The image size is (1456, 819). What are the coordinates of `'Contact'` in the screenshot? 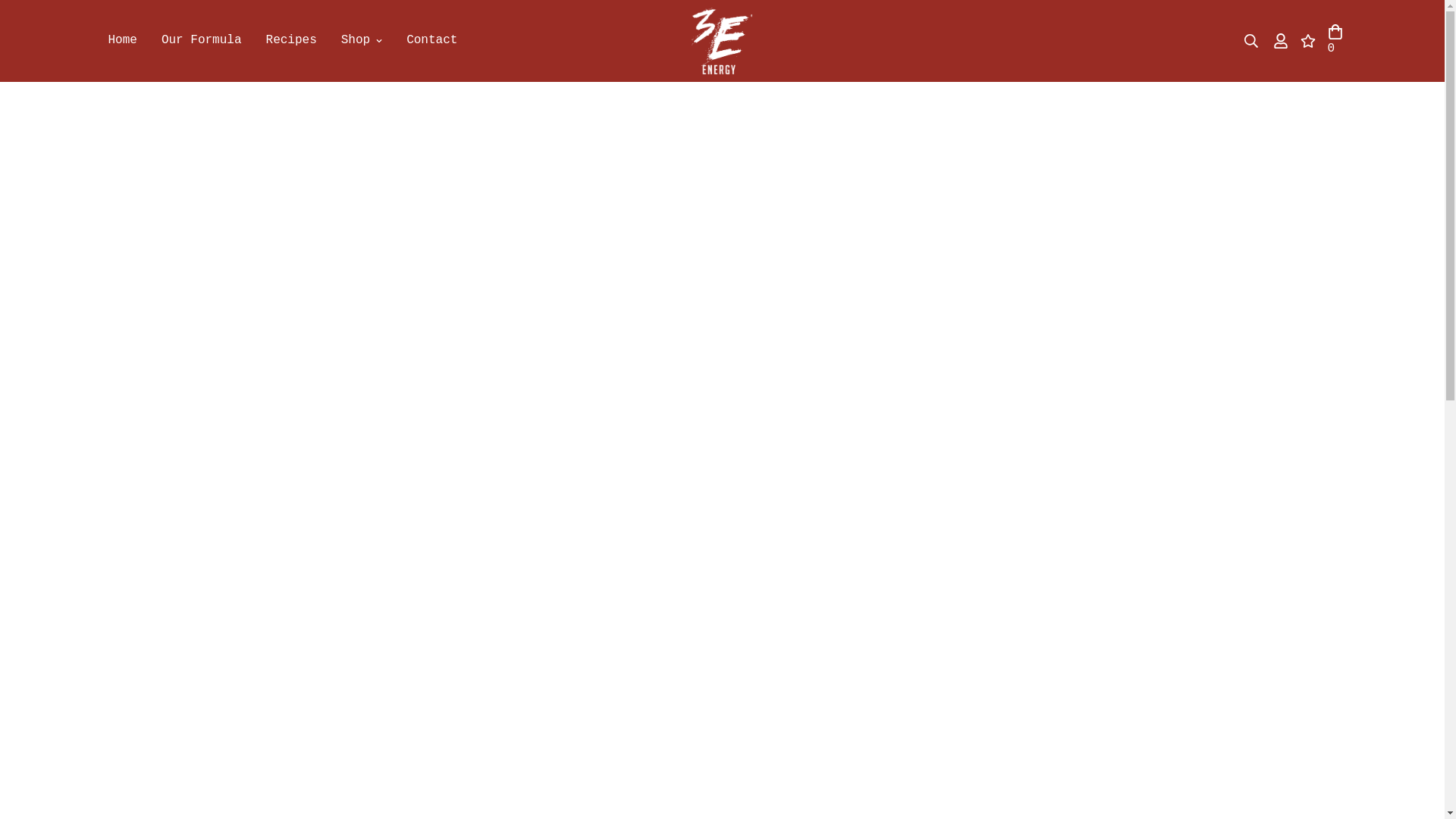 It's located at (394, 39).